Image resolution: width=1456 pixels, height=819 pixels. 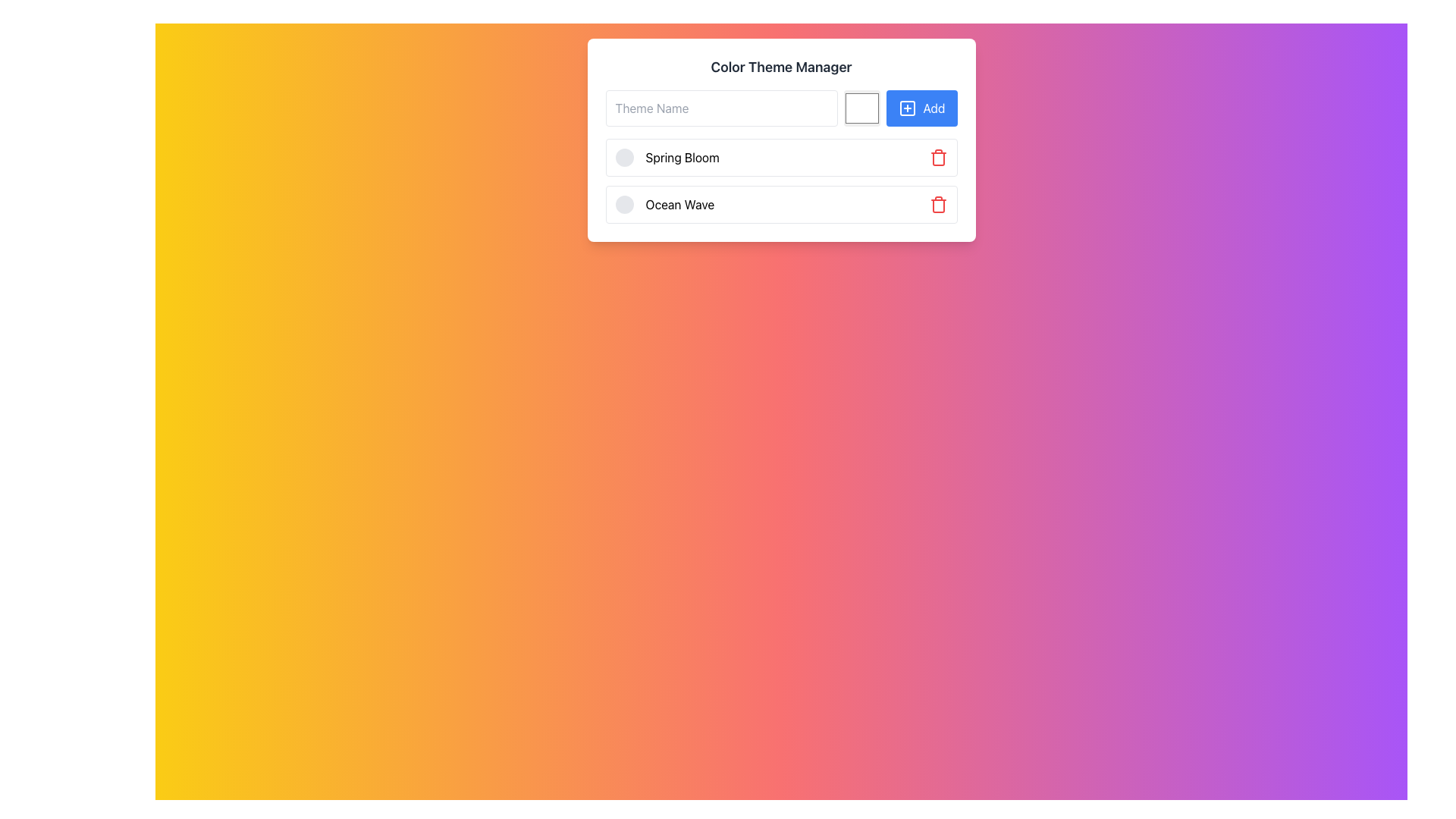 What do you see at coordinates (937, 158) in the screenshot?
I see `the delete button located in the rightmost section of the 'Spring Bloom' row under the 'Color Theme Manager'` at bounding box center [937, 158].